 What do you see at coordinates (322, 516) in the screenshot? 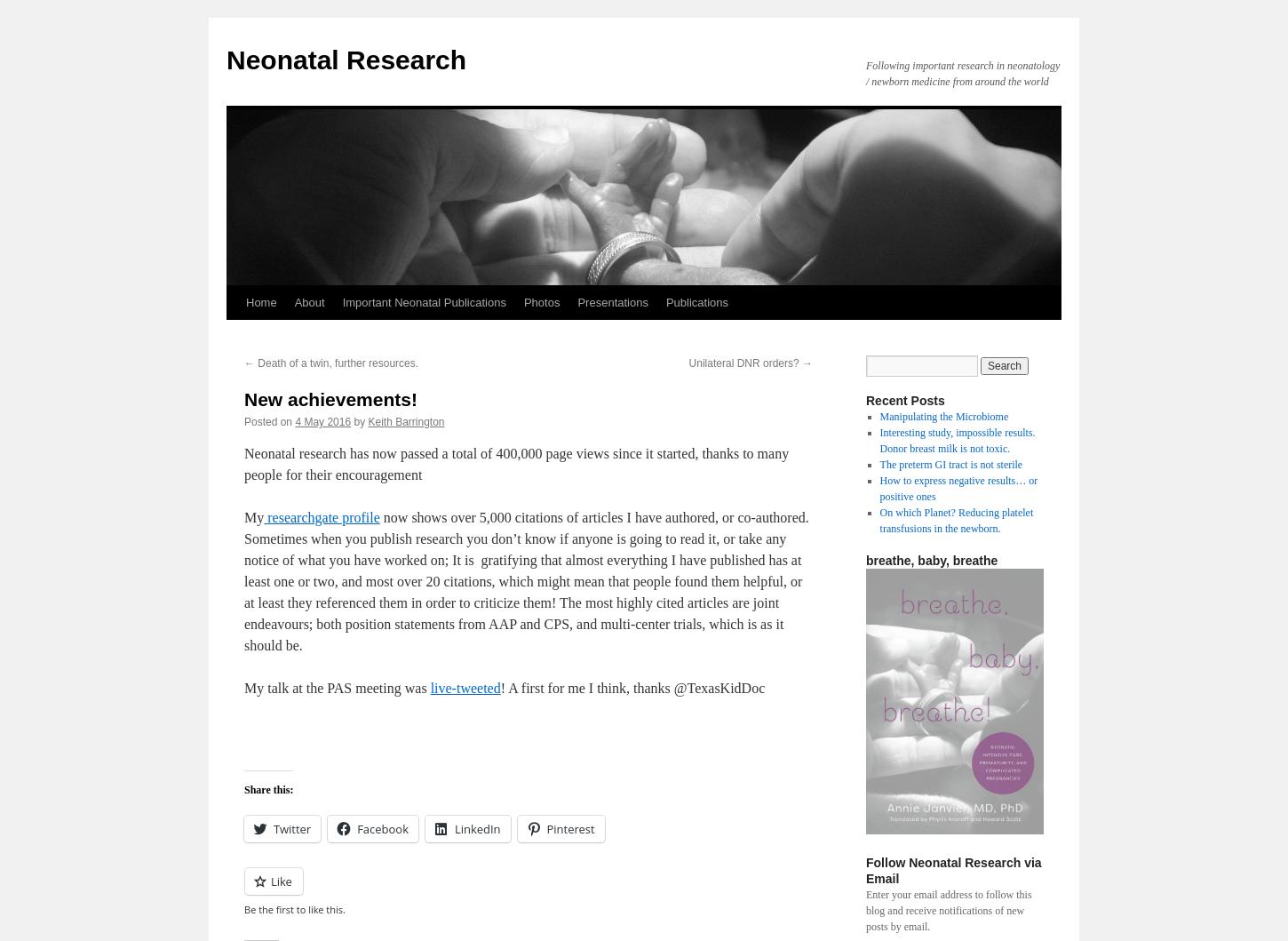
I see `'researchgate profile'` at bounding box center [322, 516].